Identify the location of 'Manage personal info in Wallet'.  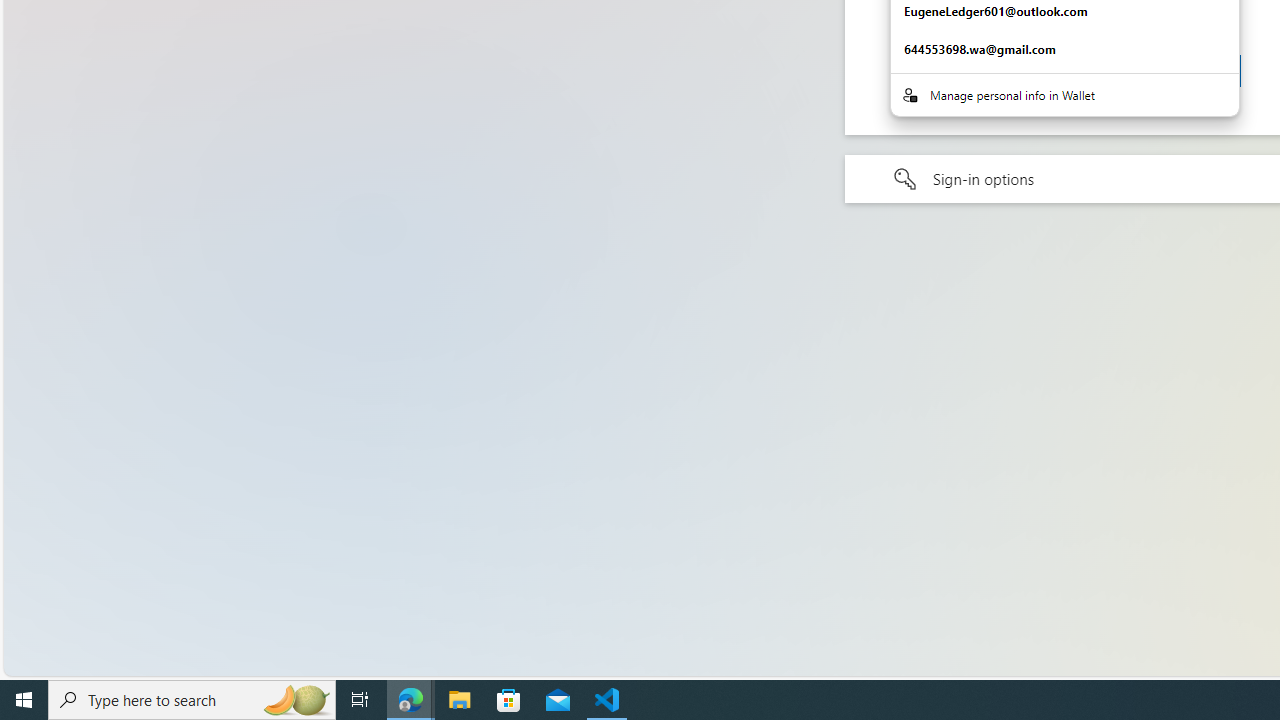
(1063, 95).